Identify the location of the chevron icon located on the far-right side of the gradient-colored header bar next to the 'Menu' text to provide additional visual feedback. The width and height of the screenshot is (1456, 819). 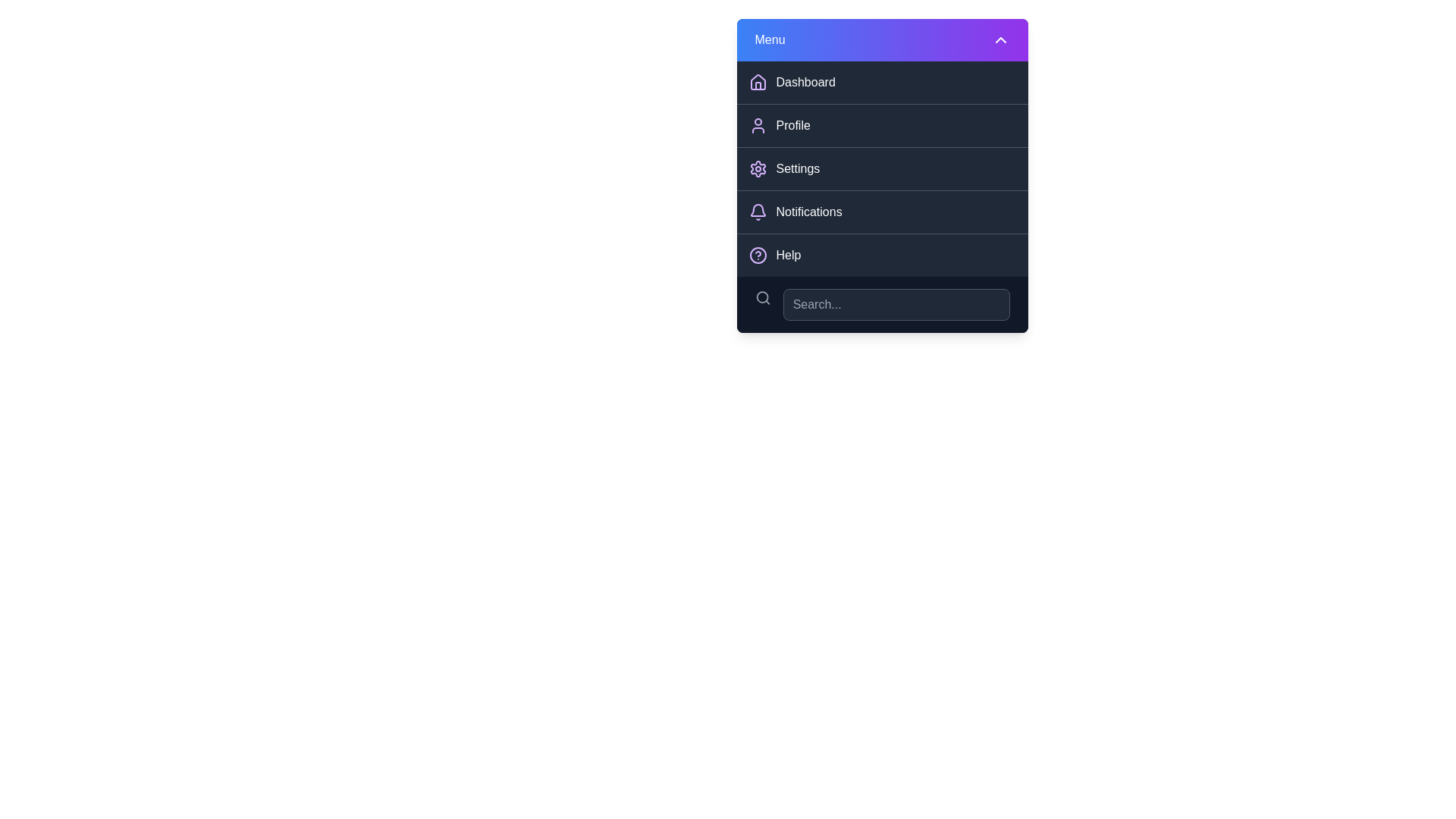
(1000, 39).